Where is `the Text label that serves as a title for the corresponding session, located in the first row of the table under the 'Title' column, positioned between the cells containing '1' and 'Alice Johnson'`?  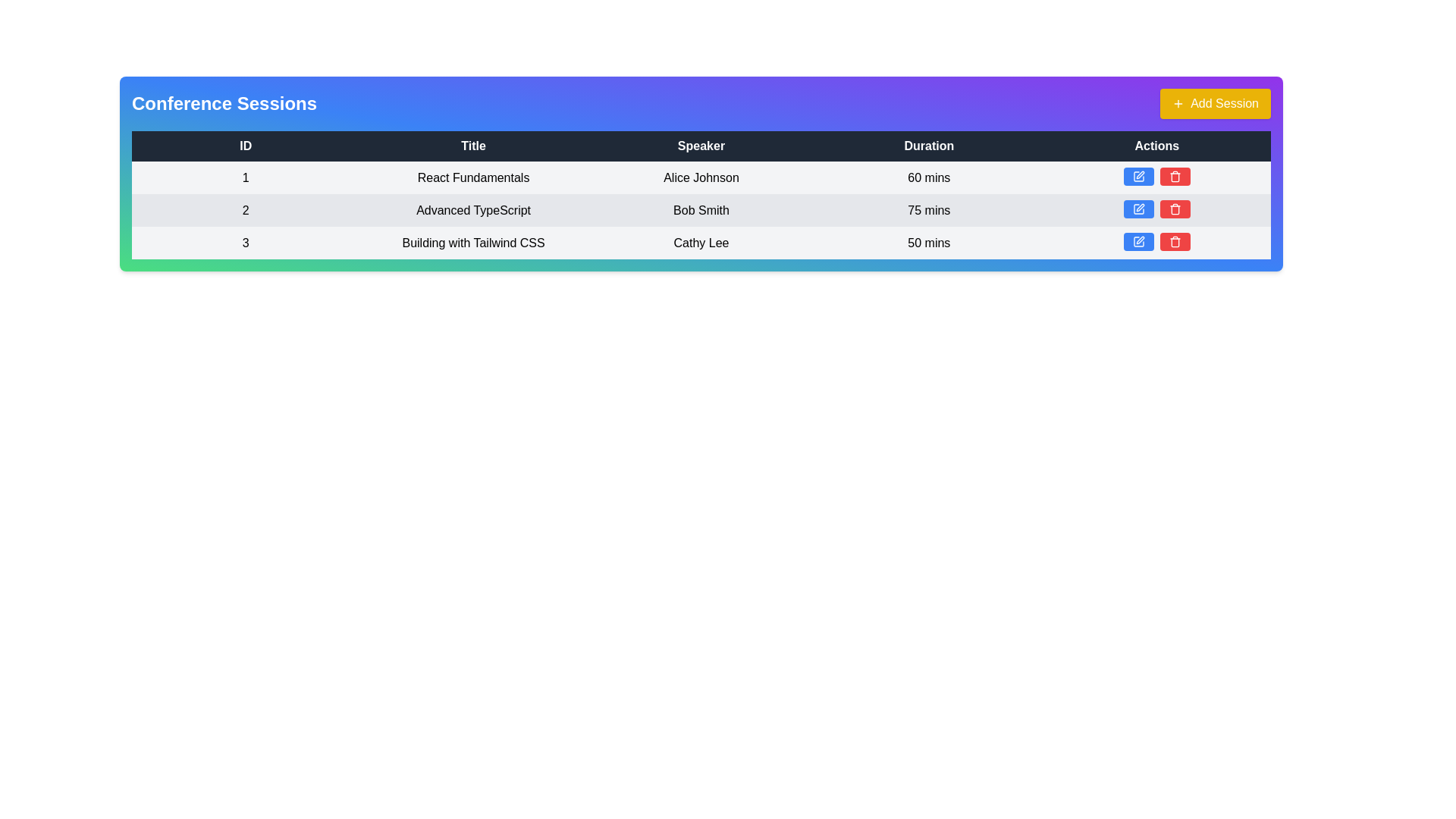
the Text label that serves as a title for the corresponding session, located in the first row of the table under the 'Title' column, positioned between the cells containing '1' and 'Alice Johnson' is located at coordinates (472, 177).